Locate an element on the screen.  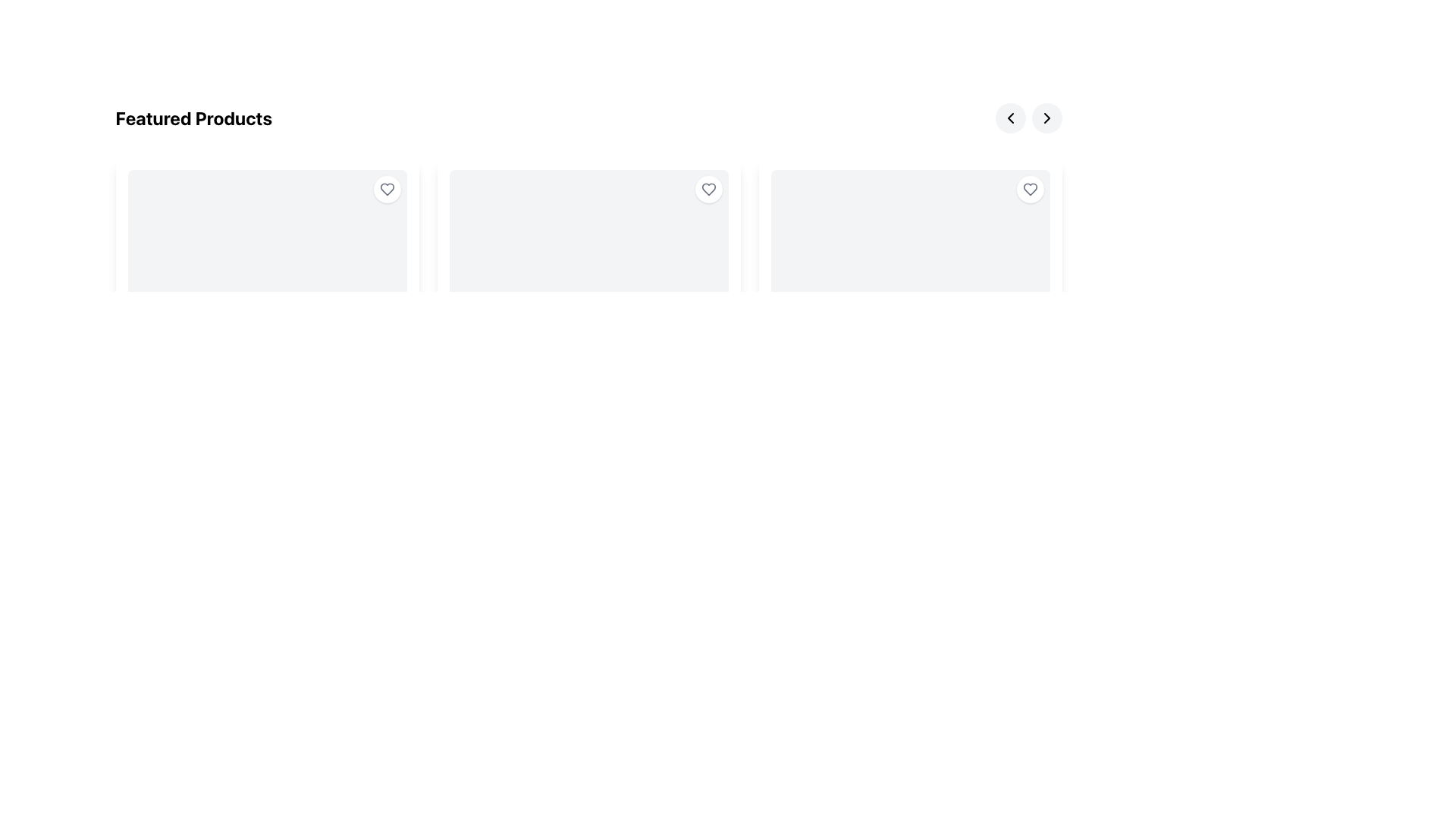
the circular button with a light gray background and a rightward-pointing chevron is located at coordinates (1046, 117).